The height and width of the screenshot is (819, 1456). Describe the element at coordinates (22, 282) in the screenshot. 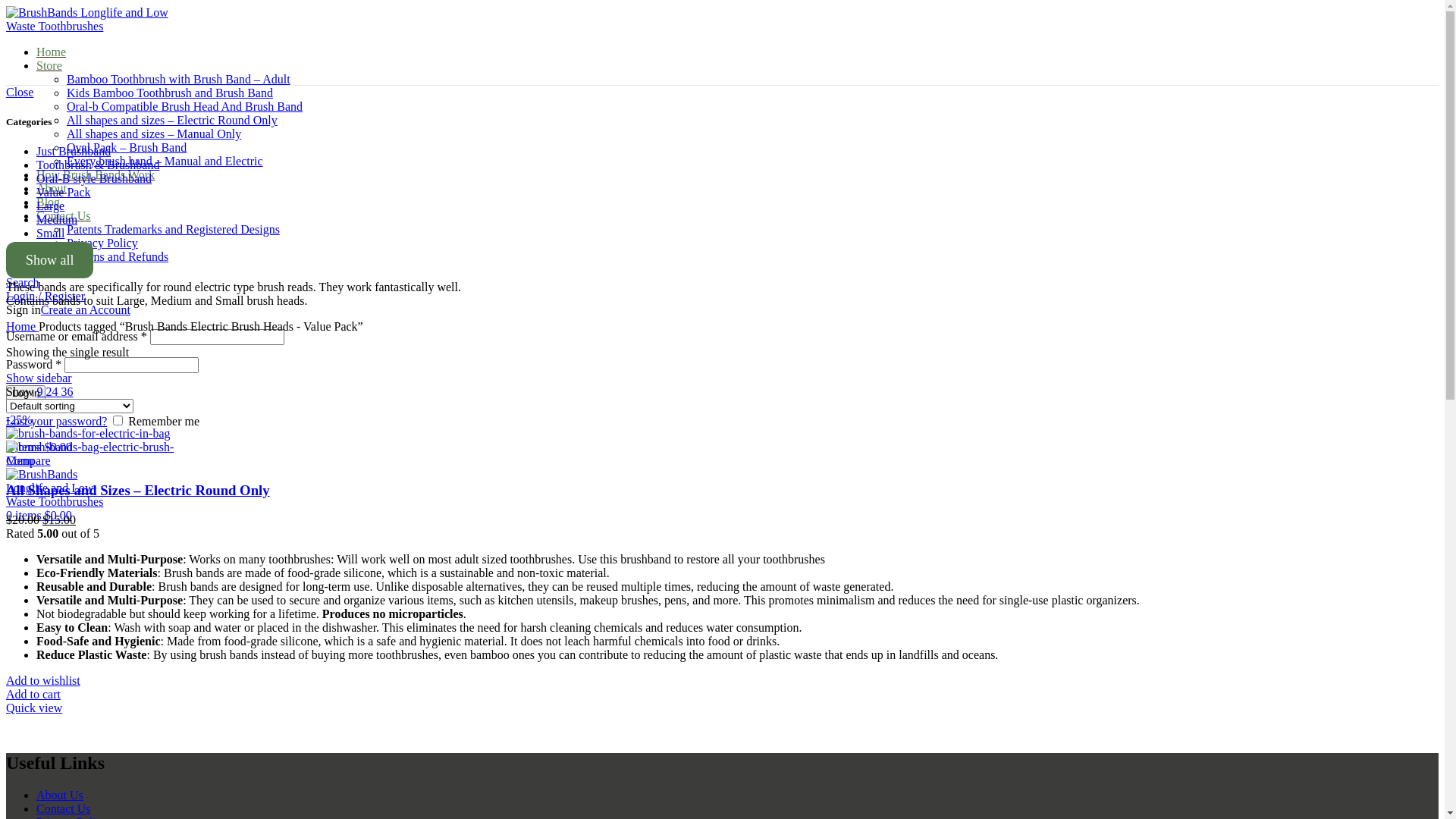

I see `'Search'` at that location.